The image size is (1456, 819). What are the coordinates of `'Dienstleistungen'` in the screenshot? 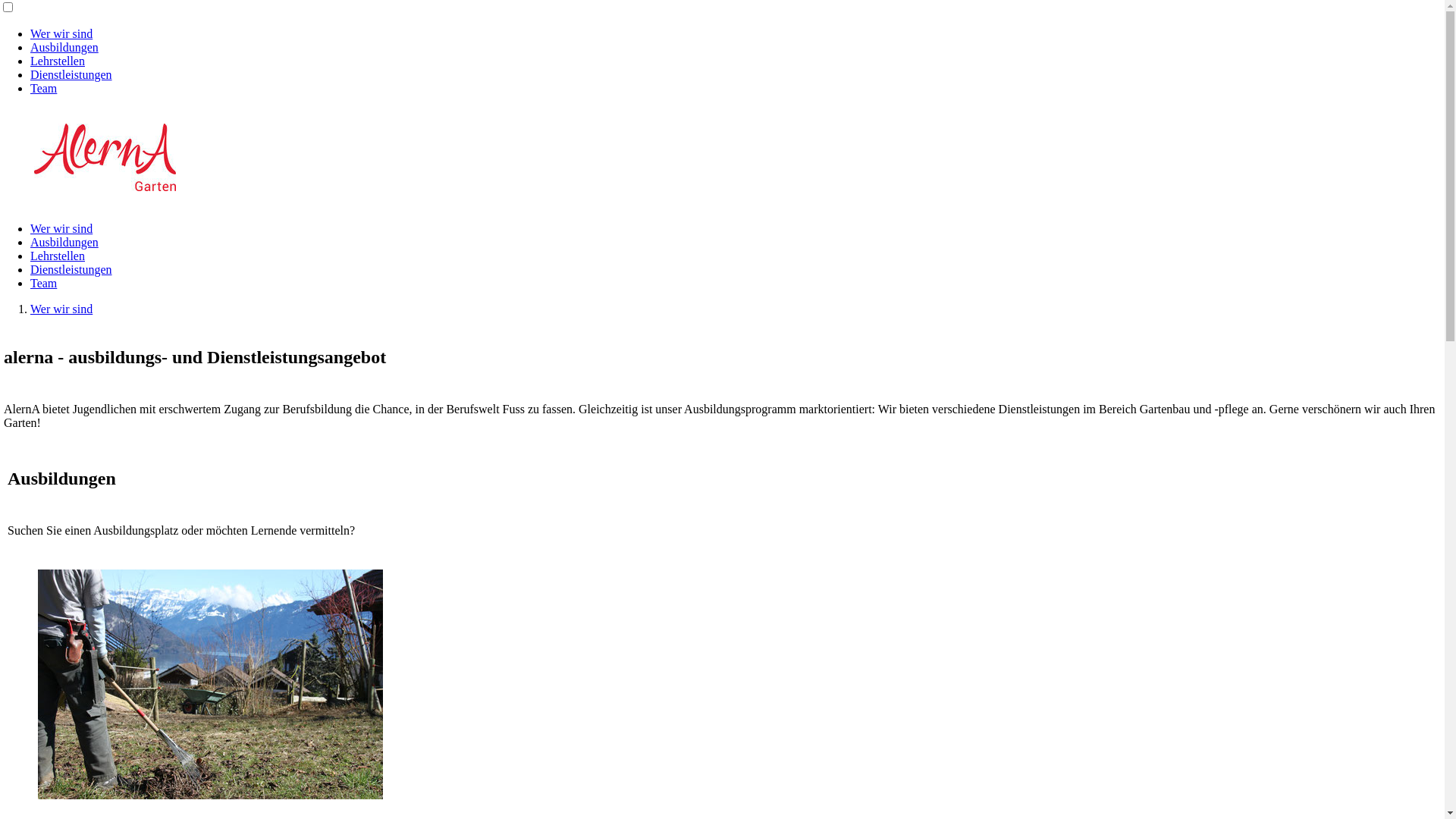 It's located at (71, 74).